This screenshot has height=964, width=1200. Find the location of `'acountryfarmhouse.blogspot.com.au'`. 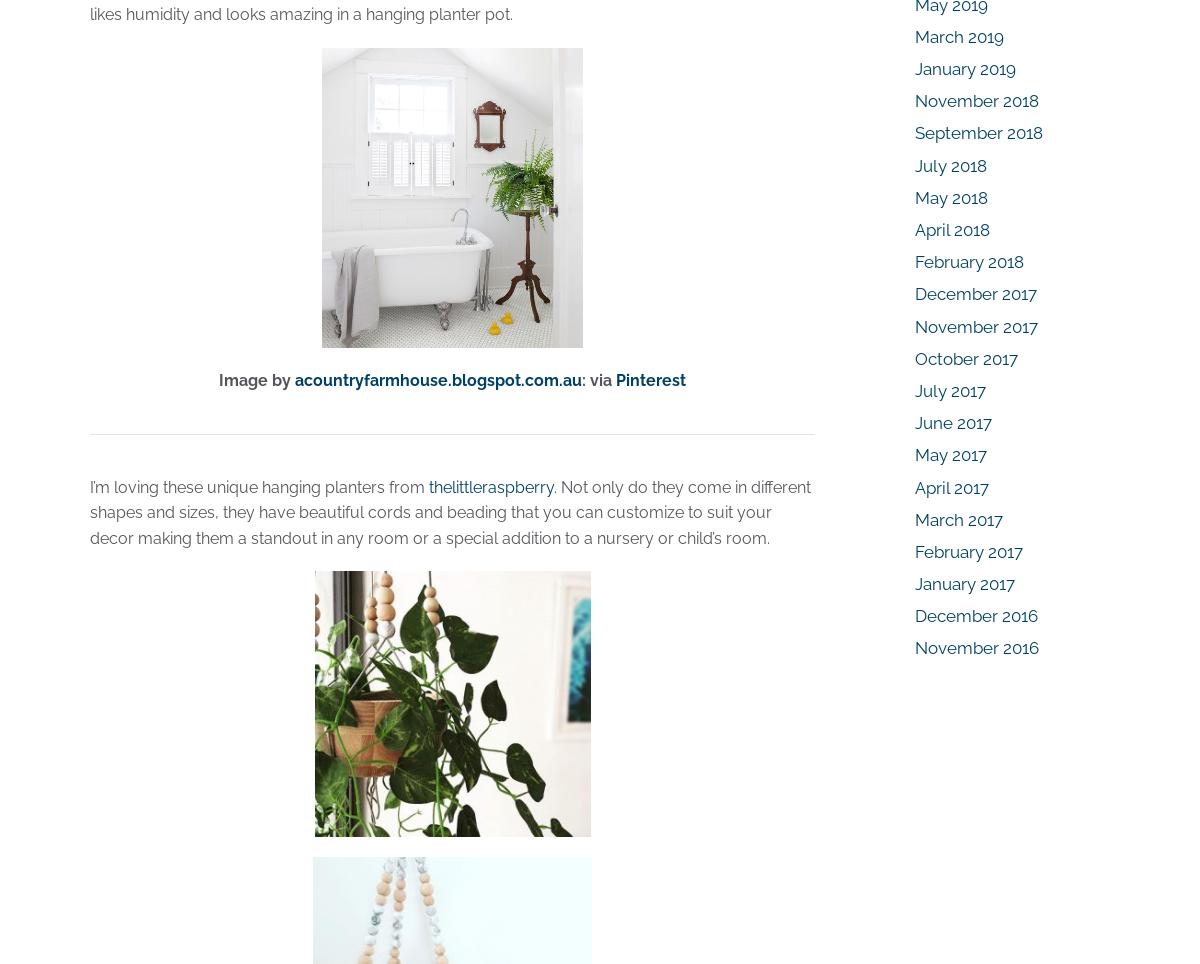

'acountryfarmhouse.blogspot.com.au' is located at coordinates (438, 380).